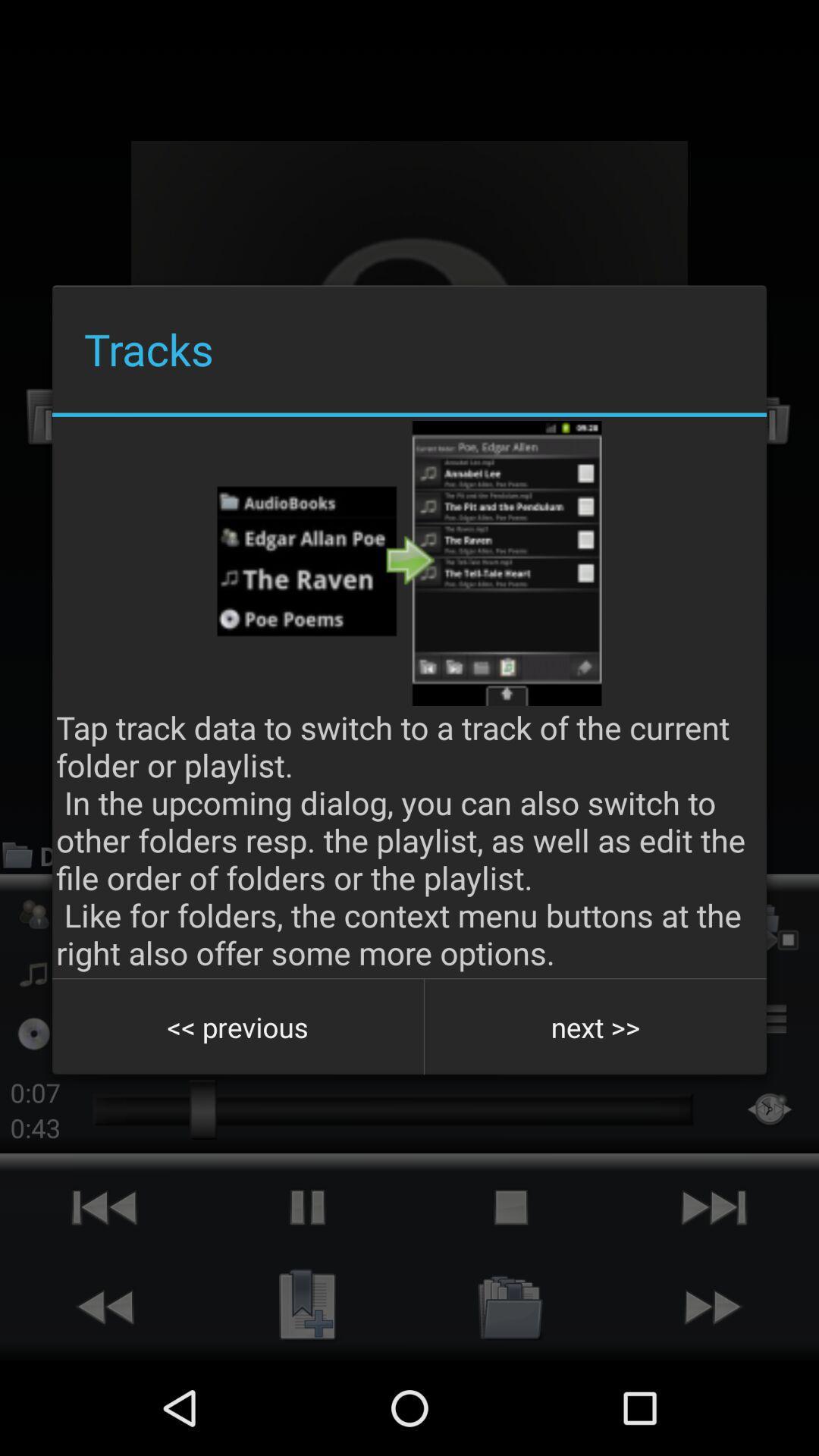 Image resolution: width=819 pixels, height=1456 pixels. Describe the element at coordinates (237, 1027) in the screenshot. I see `item to the left of the next >>` at that location.